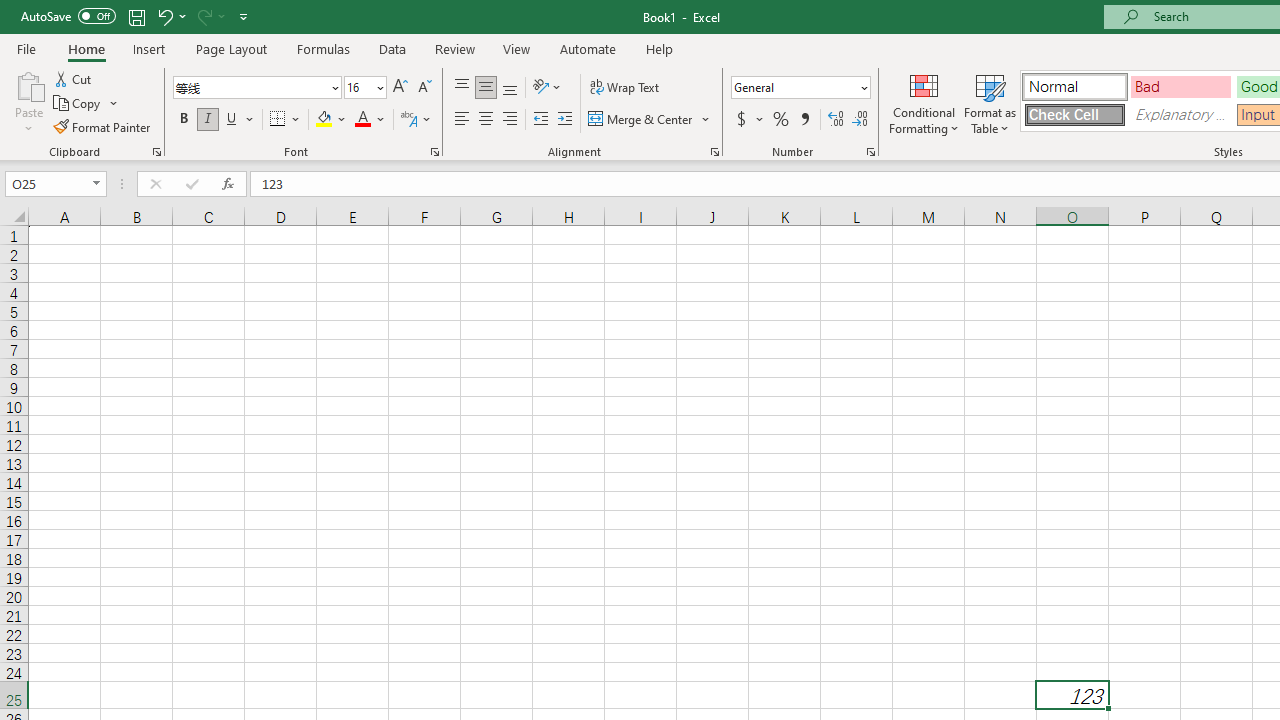 The height and width of the screenshot is (720, 1280). Describe the element at coordinates (485, 86) in the screenshot. I see `'Middle Align'` at that location.